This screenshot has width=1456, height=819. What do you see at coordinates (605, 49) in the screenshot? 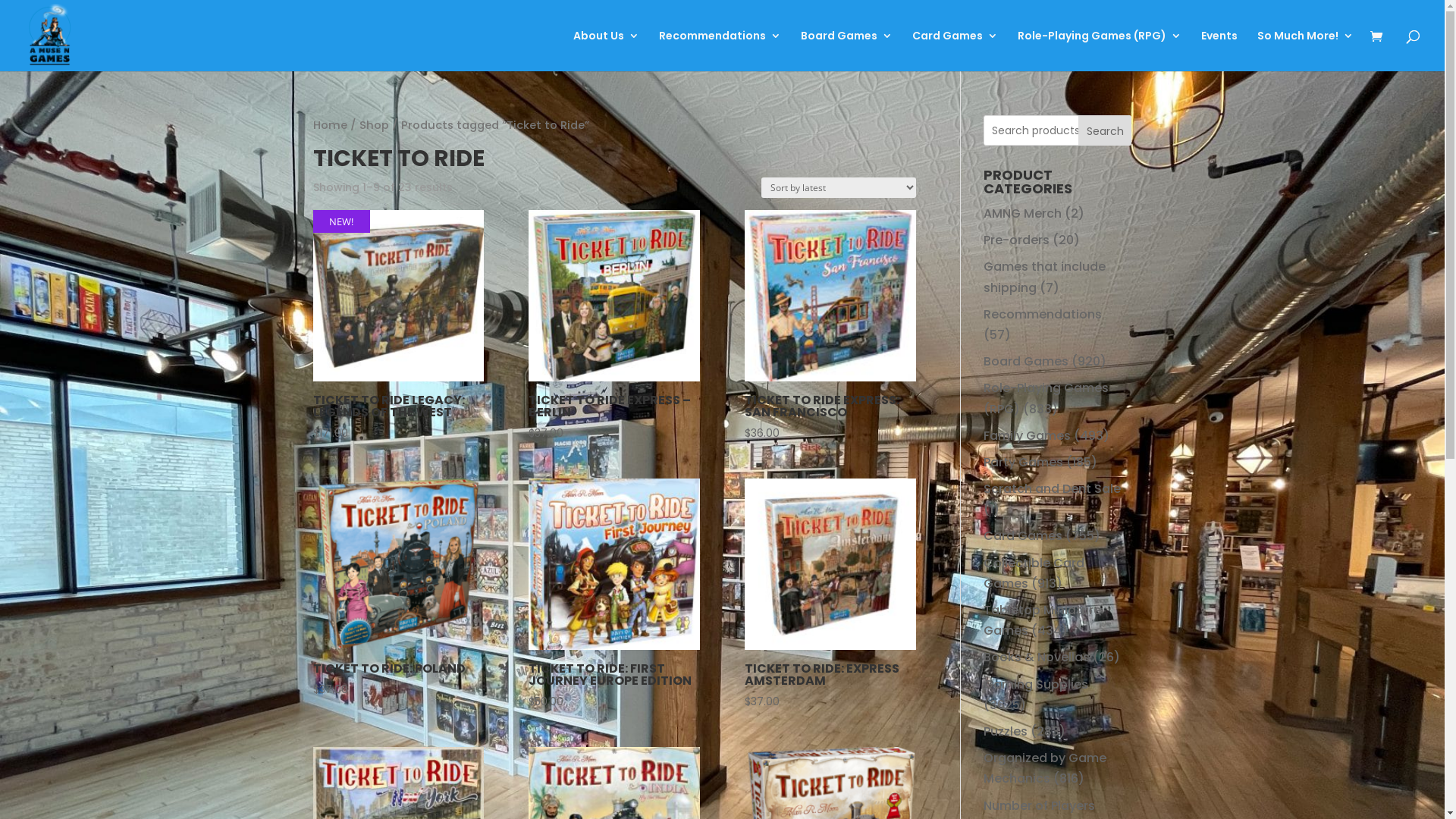
I see `'About Us'` at bounding box center [605, 49].